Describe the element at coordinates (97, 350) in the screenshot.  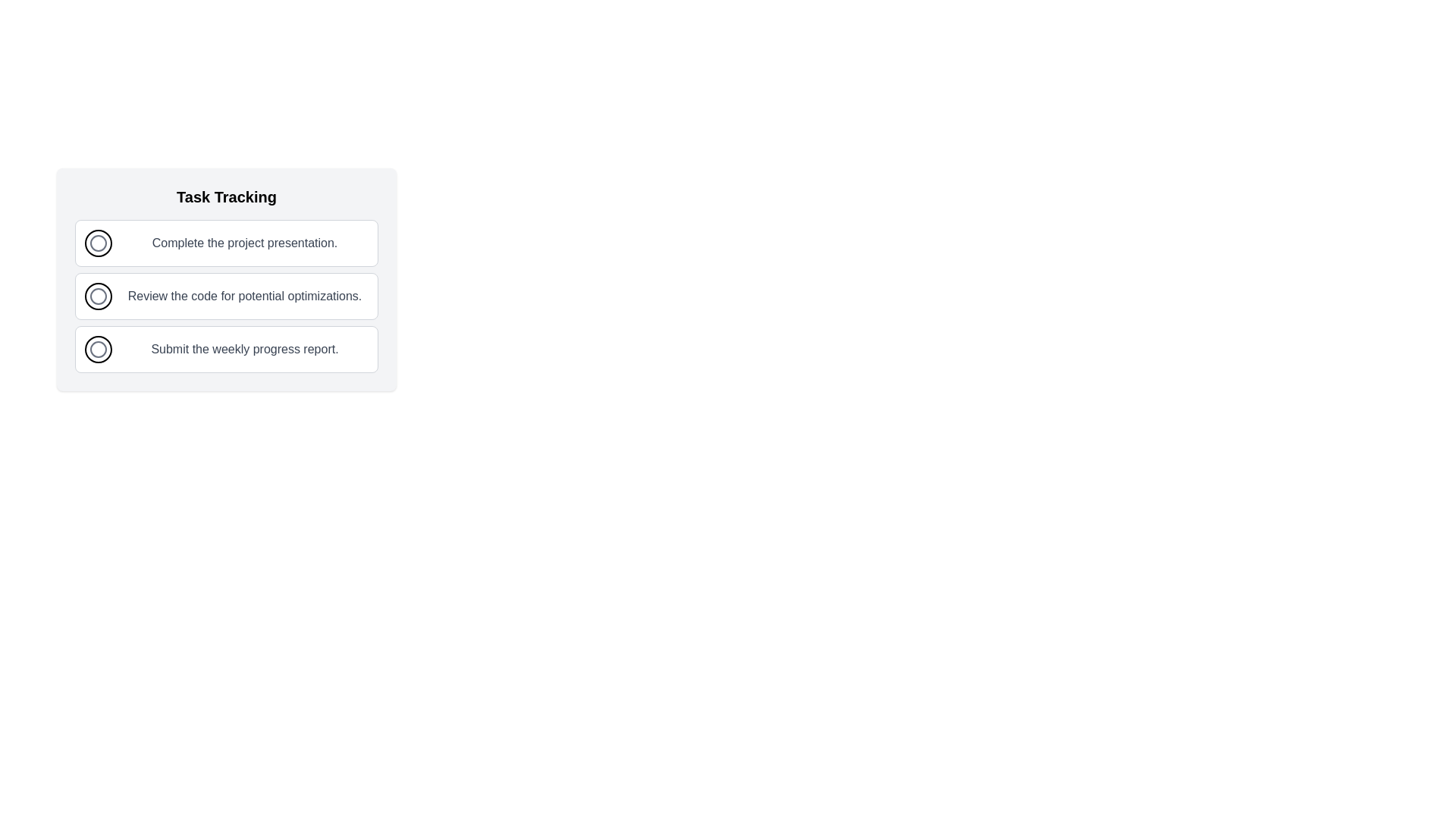
I see `the Graphical Indicator in the 'Task Tracking' interface that indicates the status of the task associated with 'Submit the weekly progress report.'` at that location.